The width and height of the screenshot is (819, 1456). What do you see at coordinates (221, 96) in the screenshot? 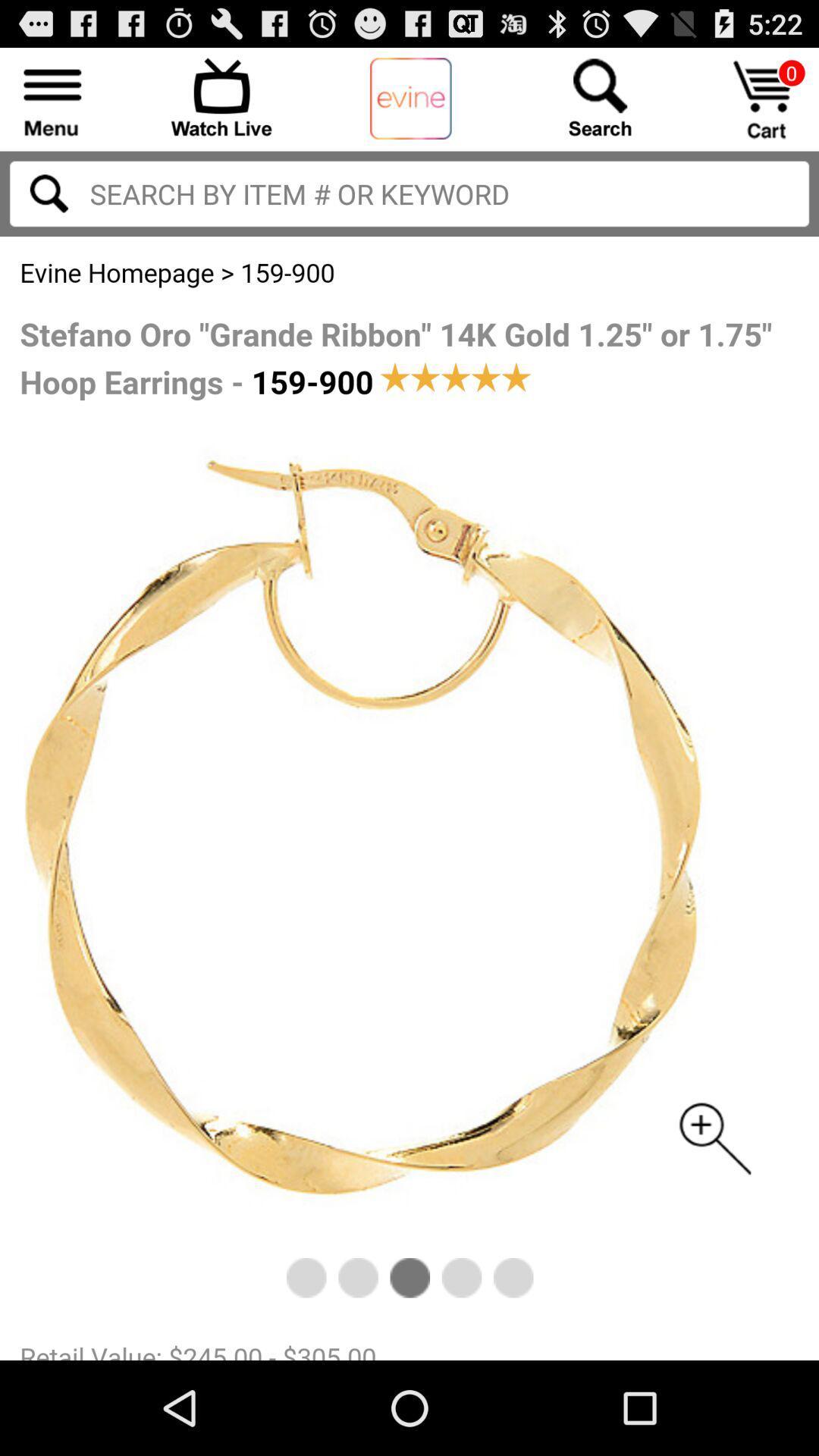
I see `watch live stream` at bounding box center [221, 96].